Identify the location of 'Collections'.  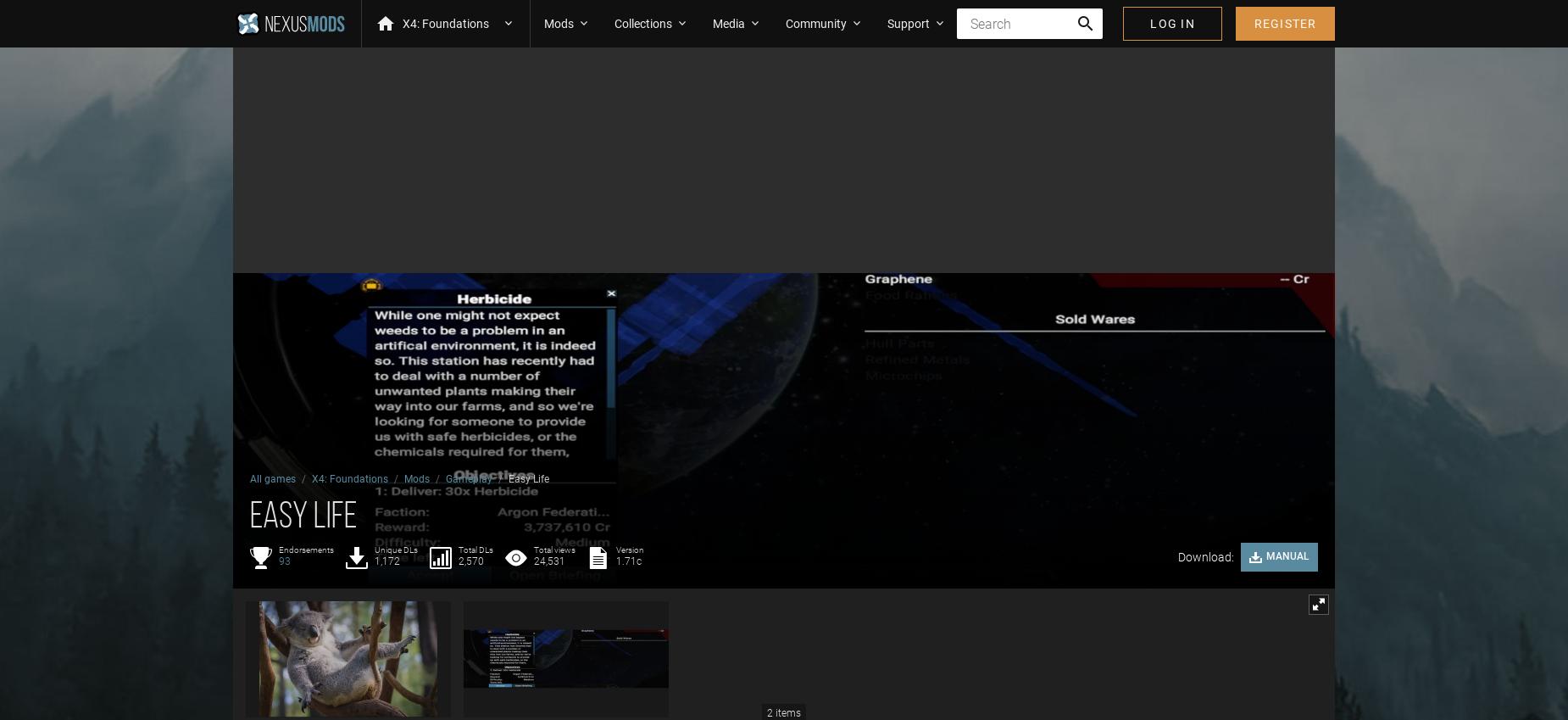
(643, 21).